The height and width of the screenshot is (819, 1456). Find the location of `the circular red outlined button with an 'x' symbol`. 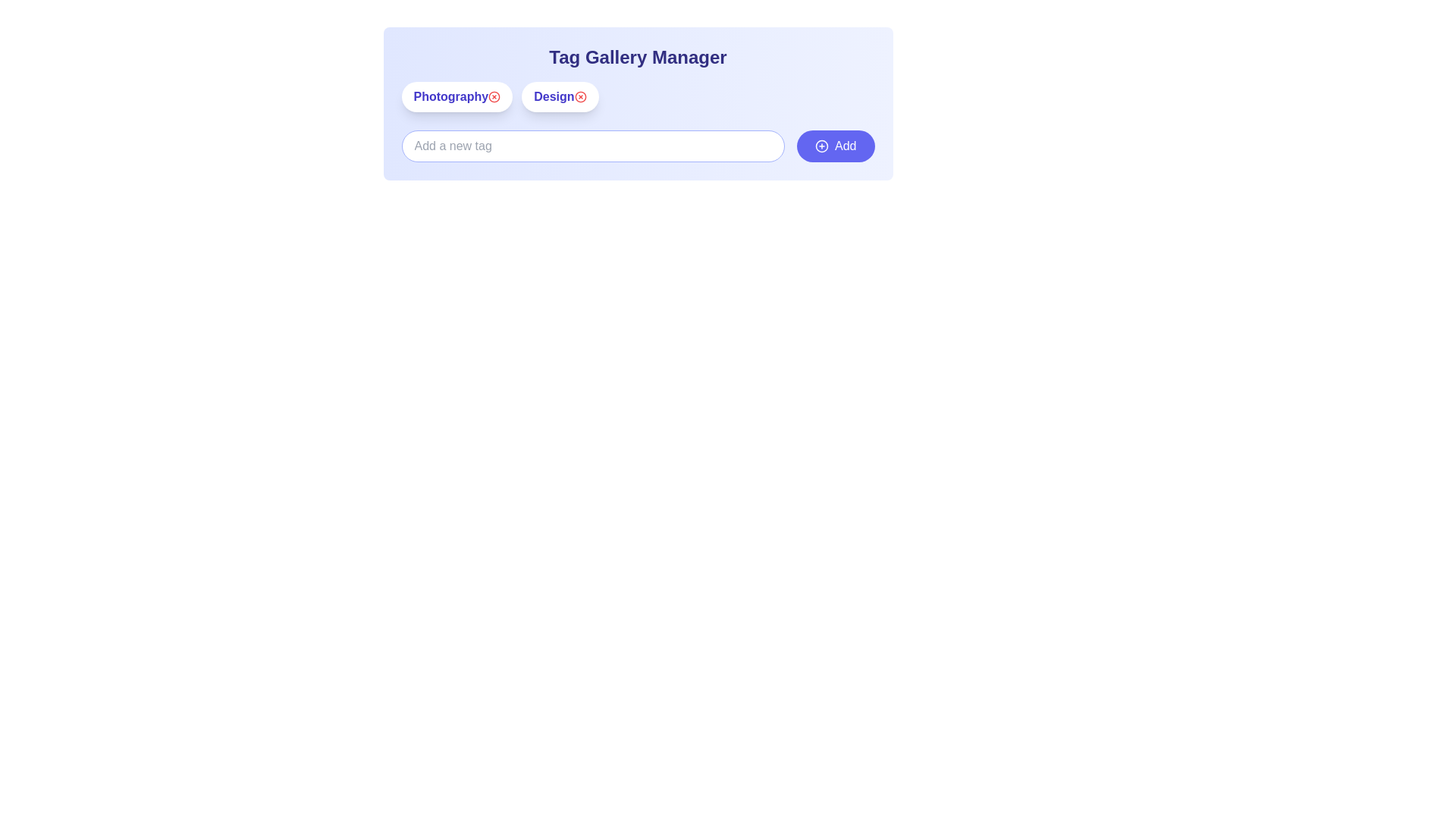

the circular red outlined button with an 'x' symbol is located at coordinates (494, 96).